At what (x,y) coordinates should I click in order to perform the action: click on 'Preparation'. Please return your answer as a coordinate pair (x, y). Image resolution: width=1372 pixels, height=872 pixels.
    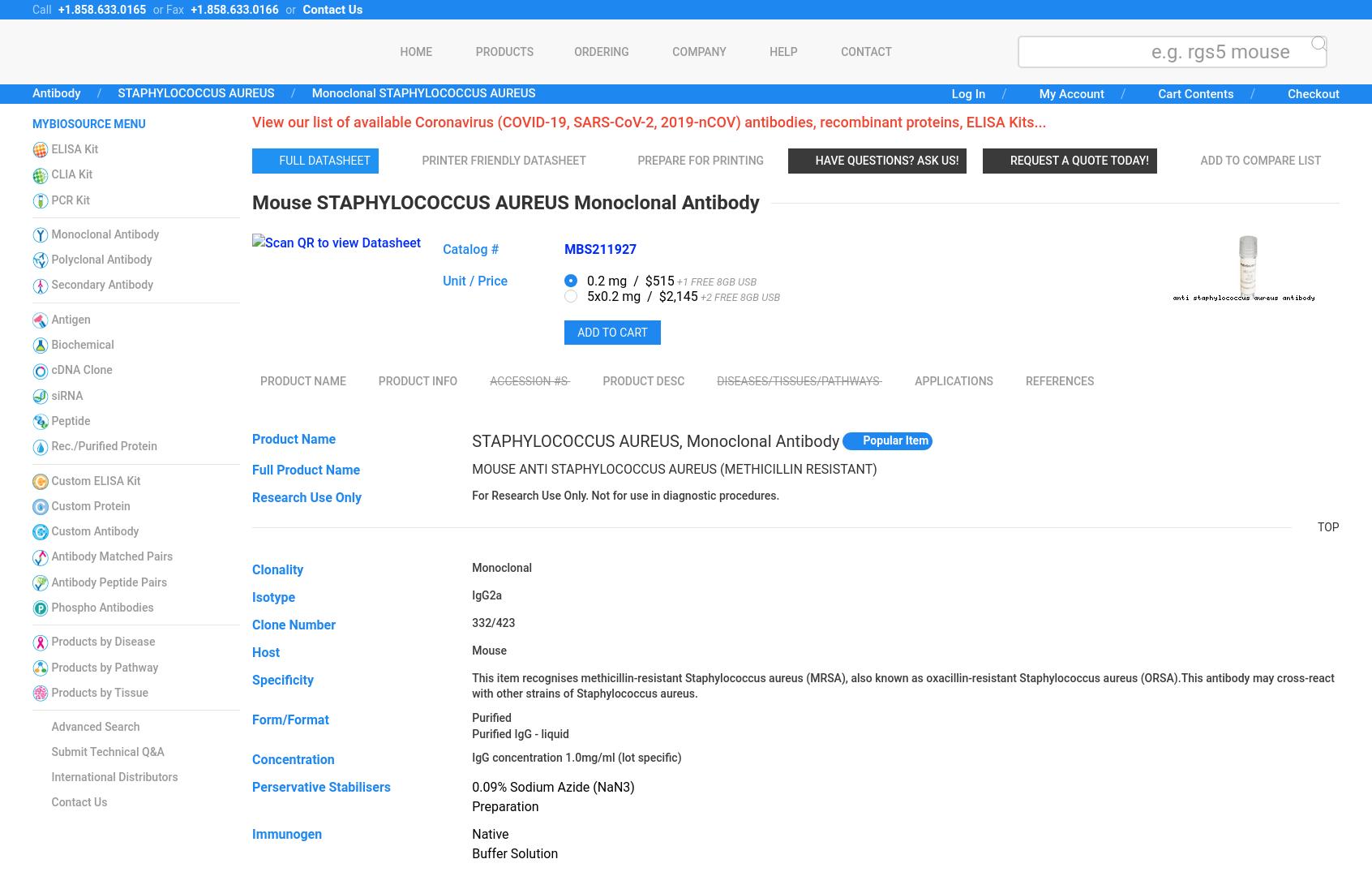
    Looking at the image, I should click on (504, 805).